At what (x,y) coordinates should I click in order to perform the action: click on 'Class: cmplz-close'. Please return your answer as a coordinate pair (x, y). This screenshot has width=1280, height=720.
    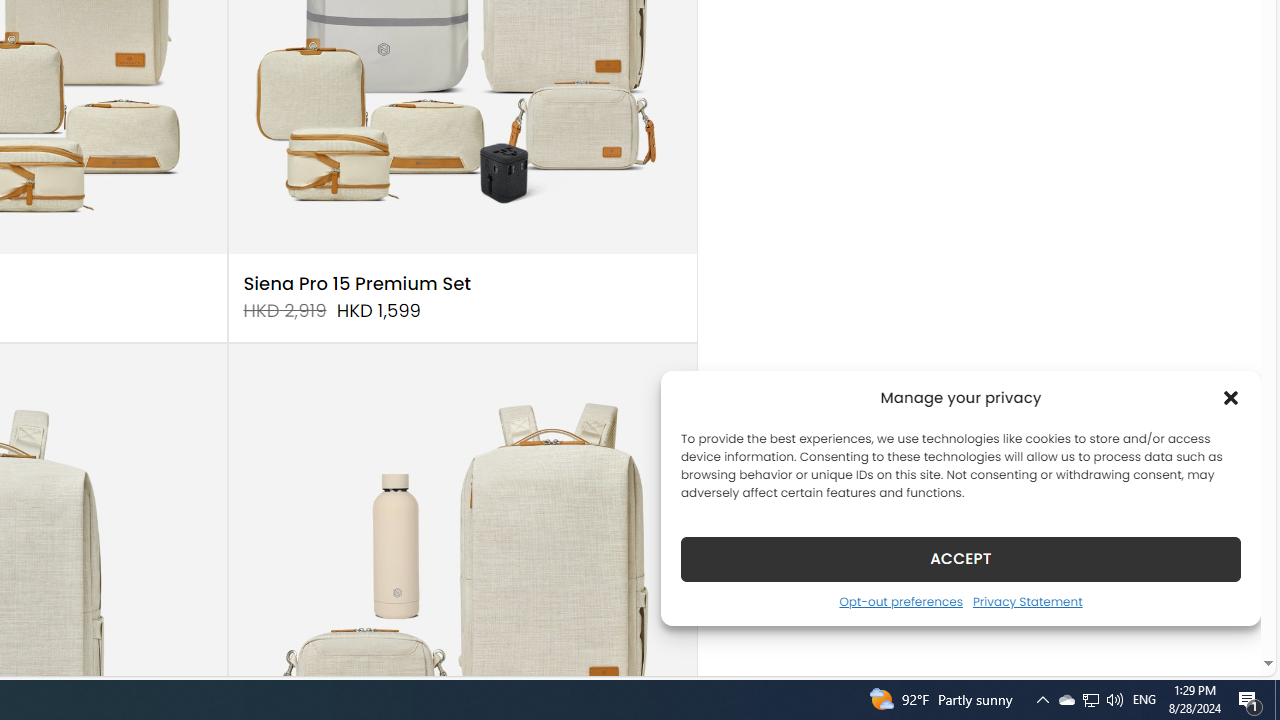
    Looking at the image, I should click on (1230, 397).